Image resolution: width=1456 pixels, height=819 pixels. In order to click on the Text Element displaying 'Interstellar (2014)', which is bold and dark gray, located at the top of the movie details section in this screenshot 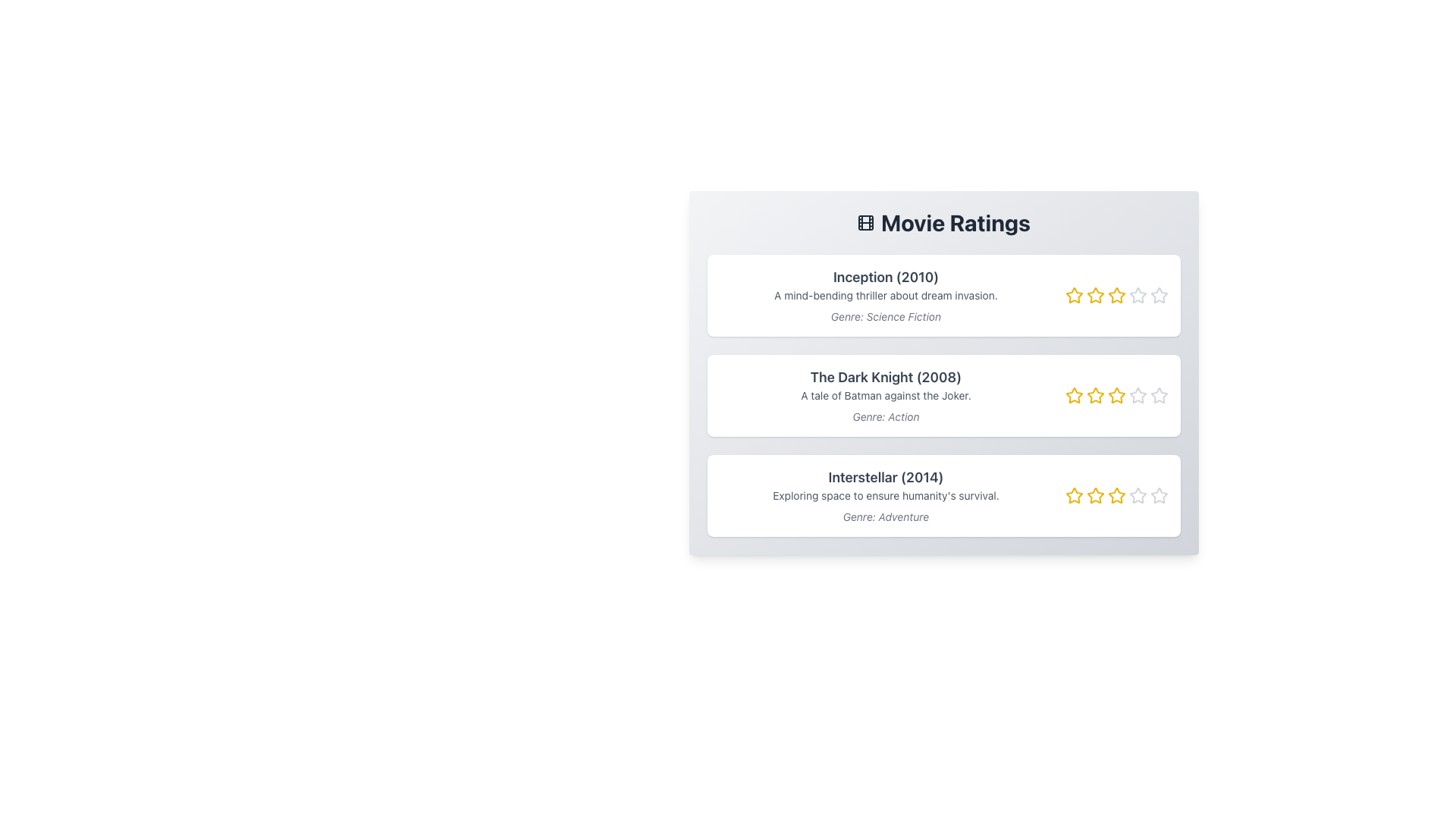, I will do `click(886, 476)`.